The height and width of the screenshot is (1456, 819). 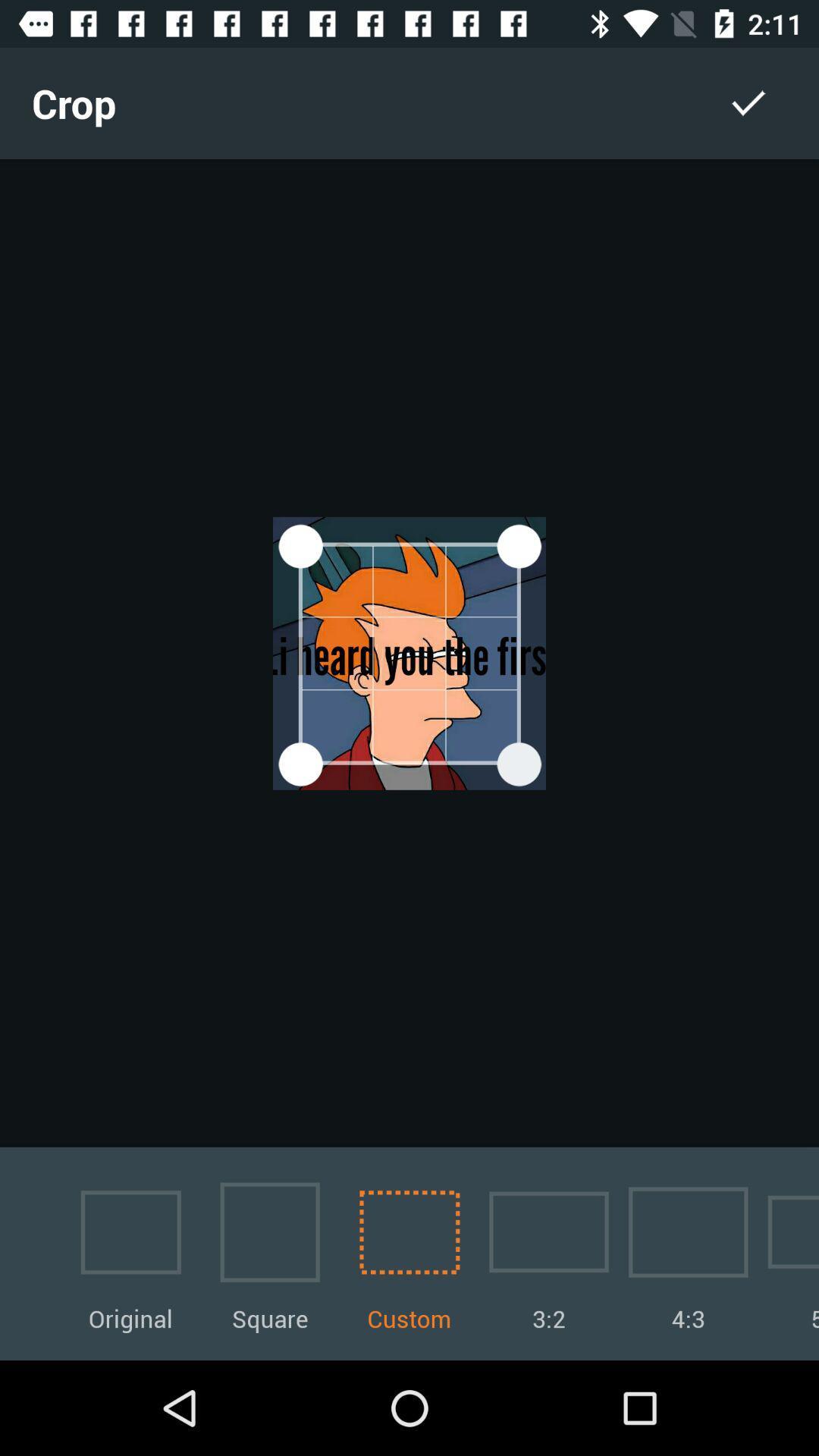 What do you see at coordinates (748, 102) in the screenshot?
I see `item next to the crop` at bounding box center [748, 102].